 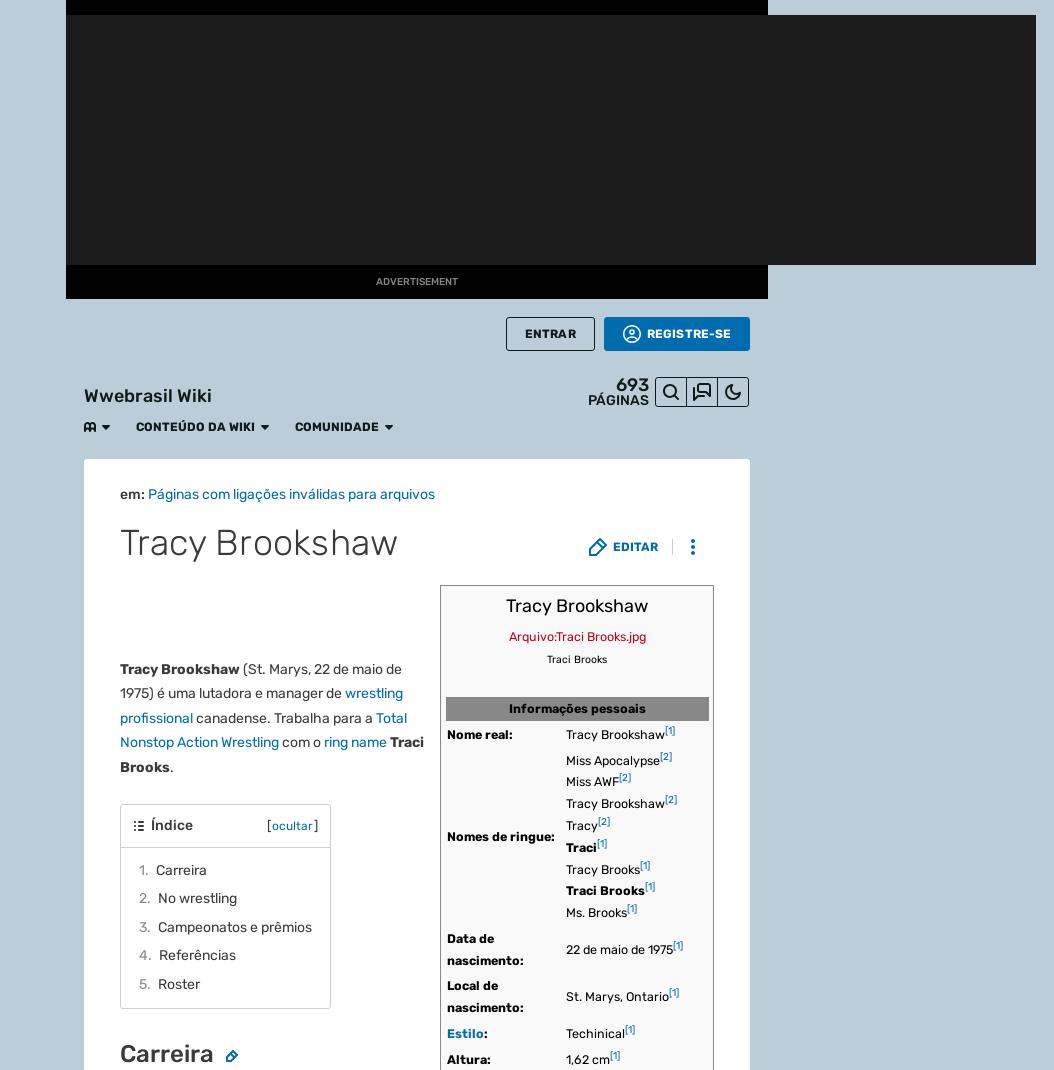 What do you see at coordinates (270, 14) in the screenshot?
I see `'Awesome Kong'` at bounding box center [270, 14].